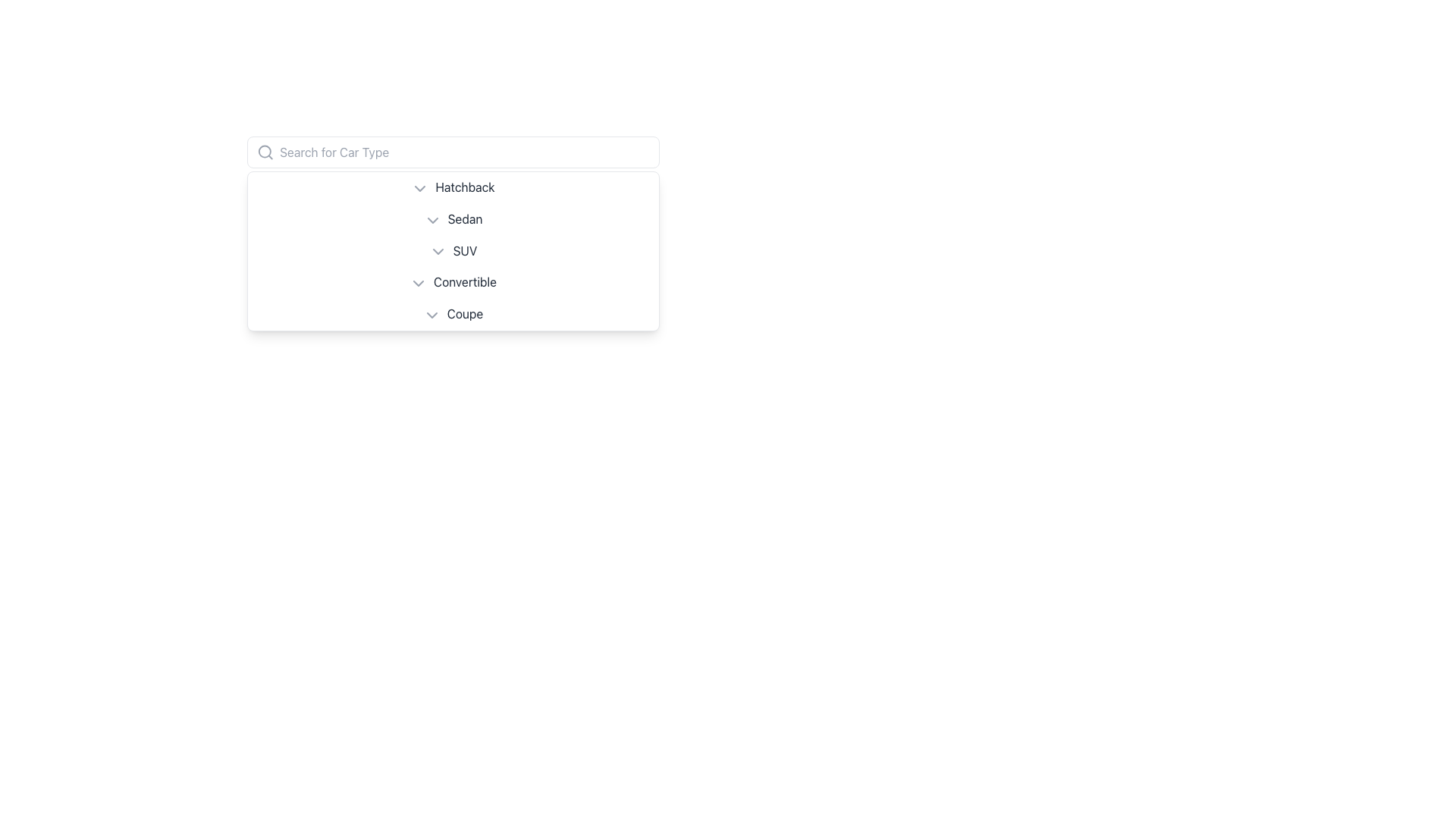 Image resolution: width=1456 pixels, height=819 pixels. I want to click on the list item labeled 'SUV' within the dropdown menu, so click(452, 250).